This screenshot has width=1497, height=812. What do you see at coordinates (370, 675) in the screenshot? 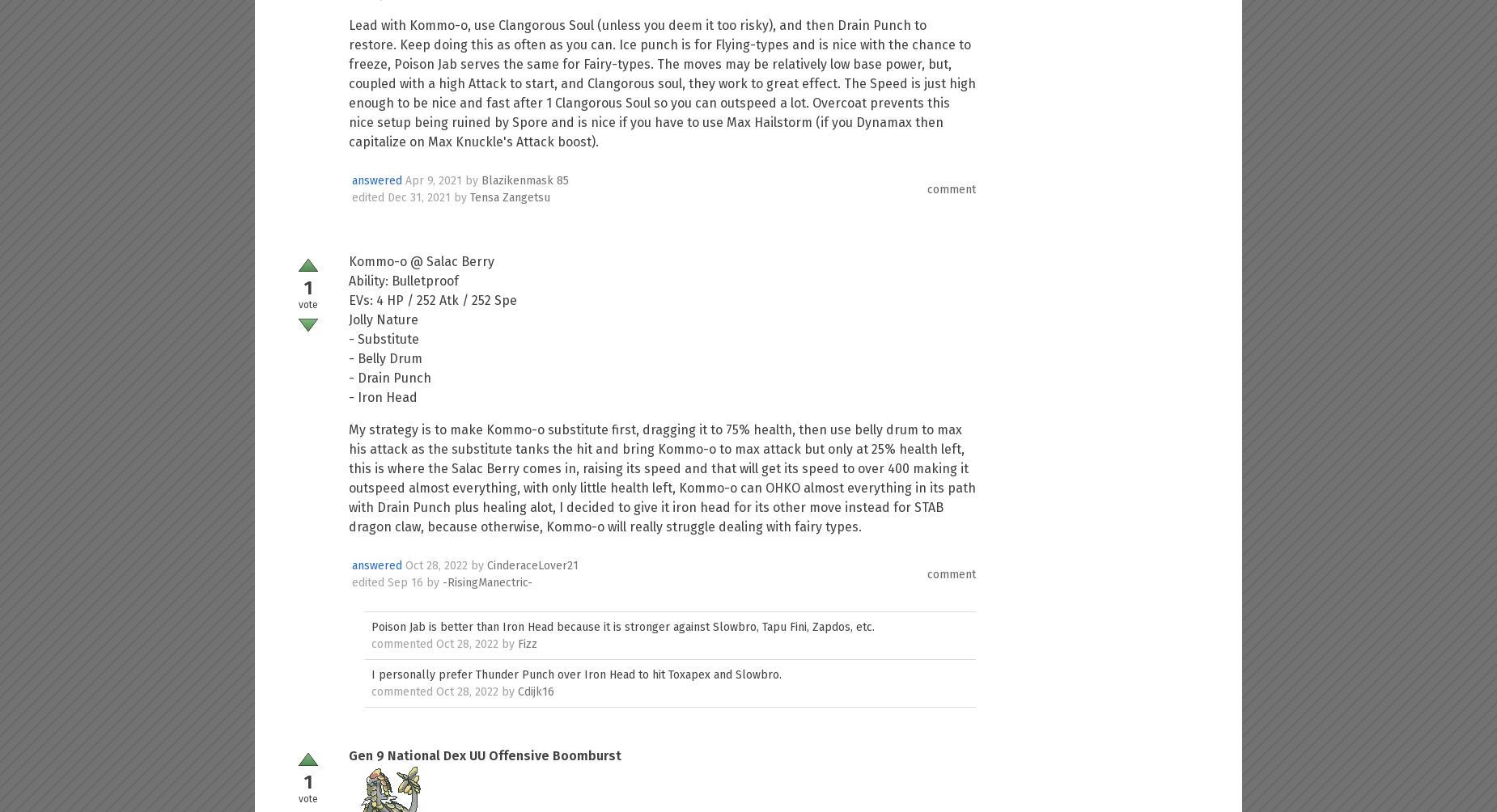
I see `'I personally prefer Thunder Punch over Iron Head to hit Toxapex and Slowbro.'` at bounding box center [370, 675].